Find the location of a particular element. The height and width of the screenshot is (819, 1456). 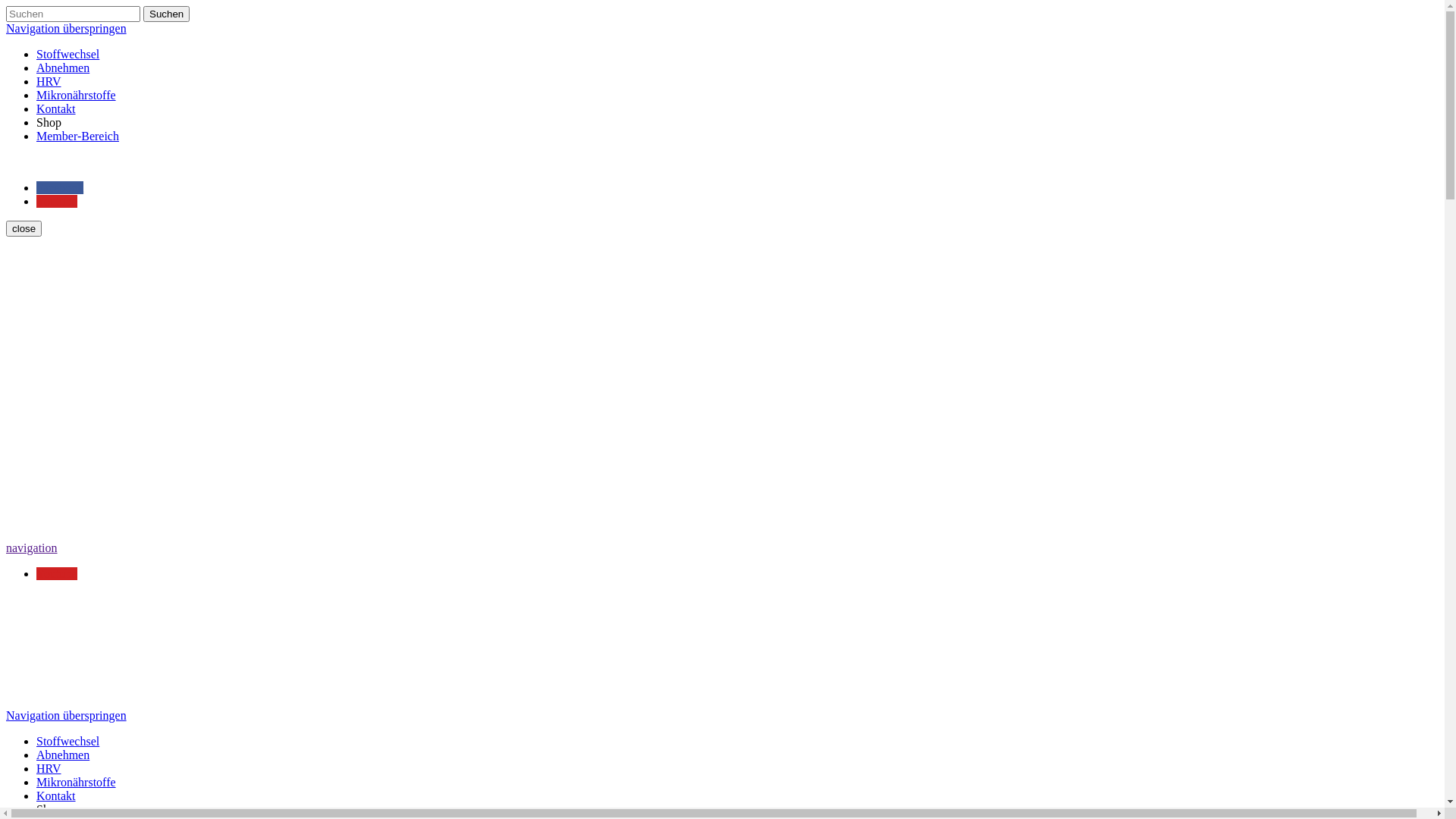

'Stoffwechsel' is located at coordinates (67, 740).